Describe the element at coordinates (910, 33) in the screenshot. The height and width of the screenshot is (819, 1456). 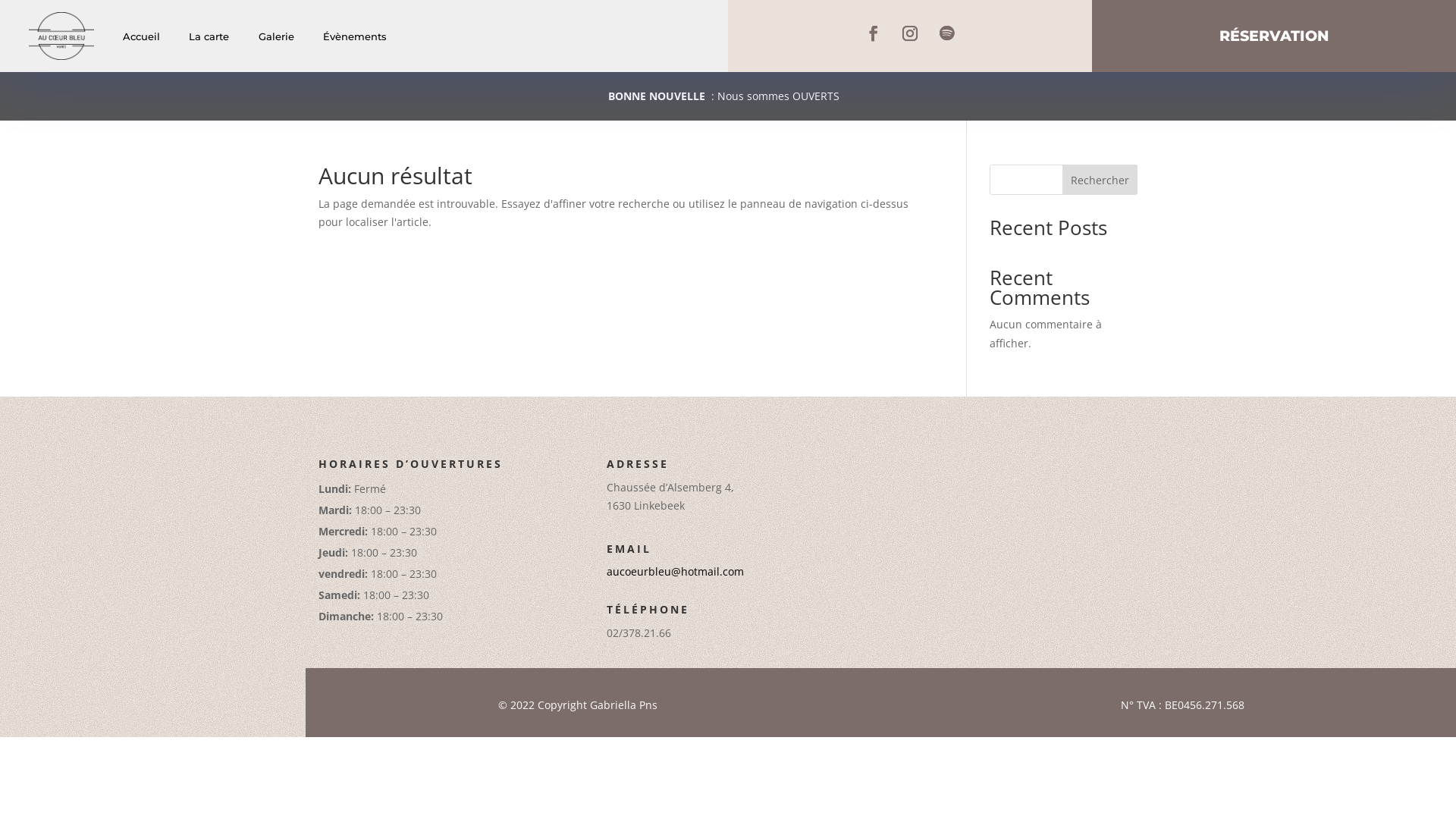
I see `'Suivez sur Instagram'` at that location.